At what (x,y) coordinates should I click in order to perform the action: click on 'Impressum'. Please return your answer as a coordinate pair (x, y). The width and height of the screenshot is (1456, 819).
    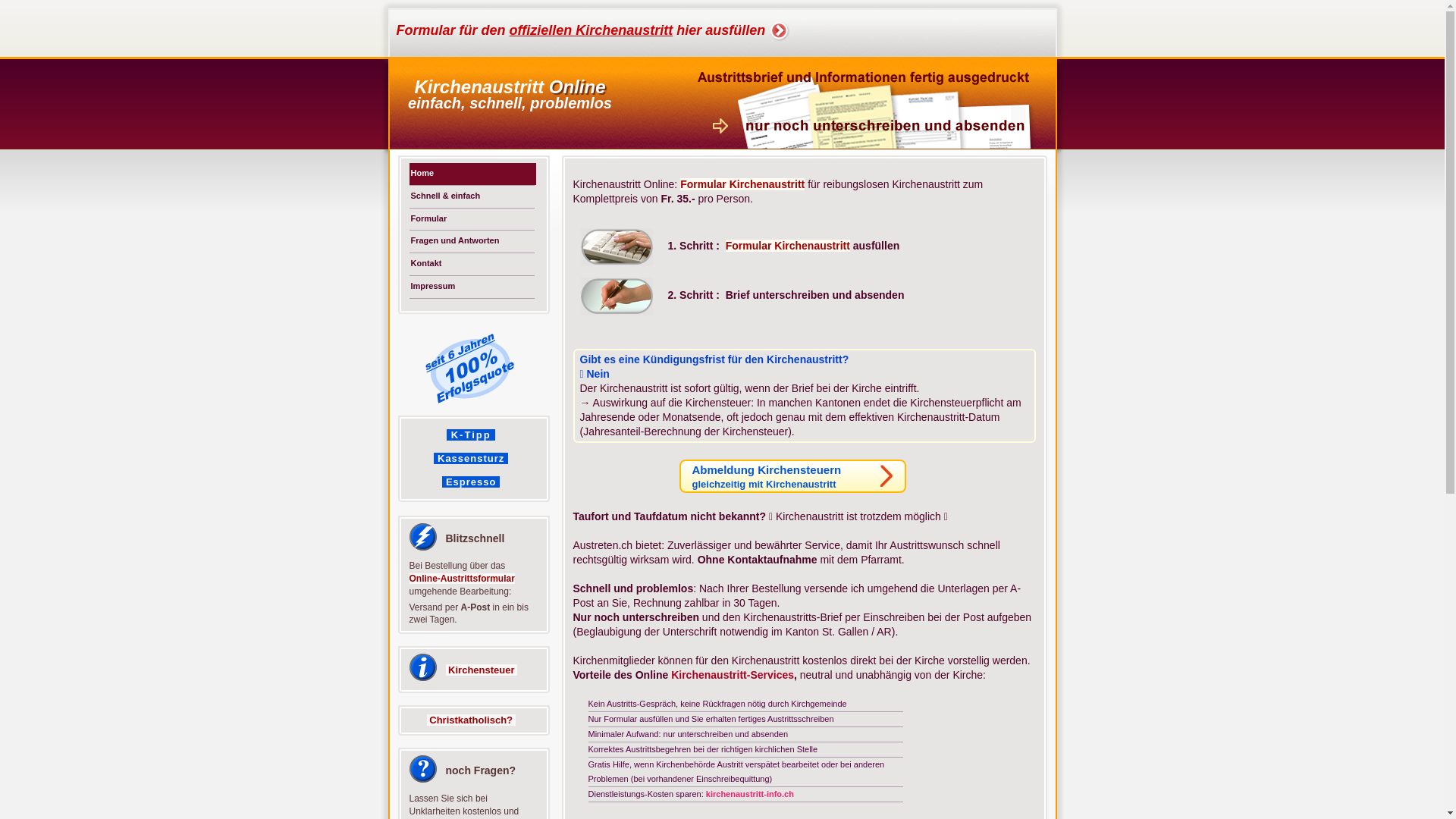
    Looking at the image, I should click on (472, 287).